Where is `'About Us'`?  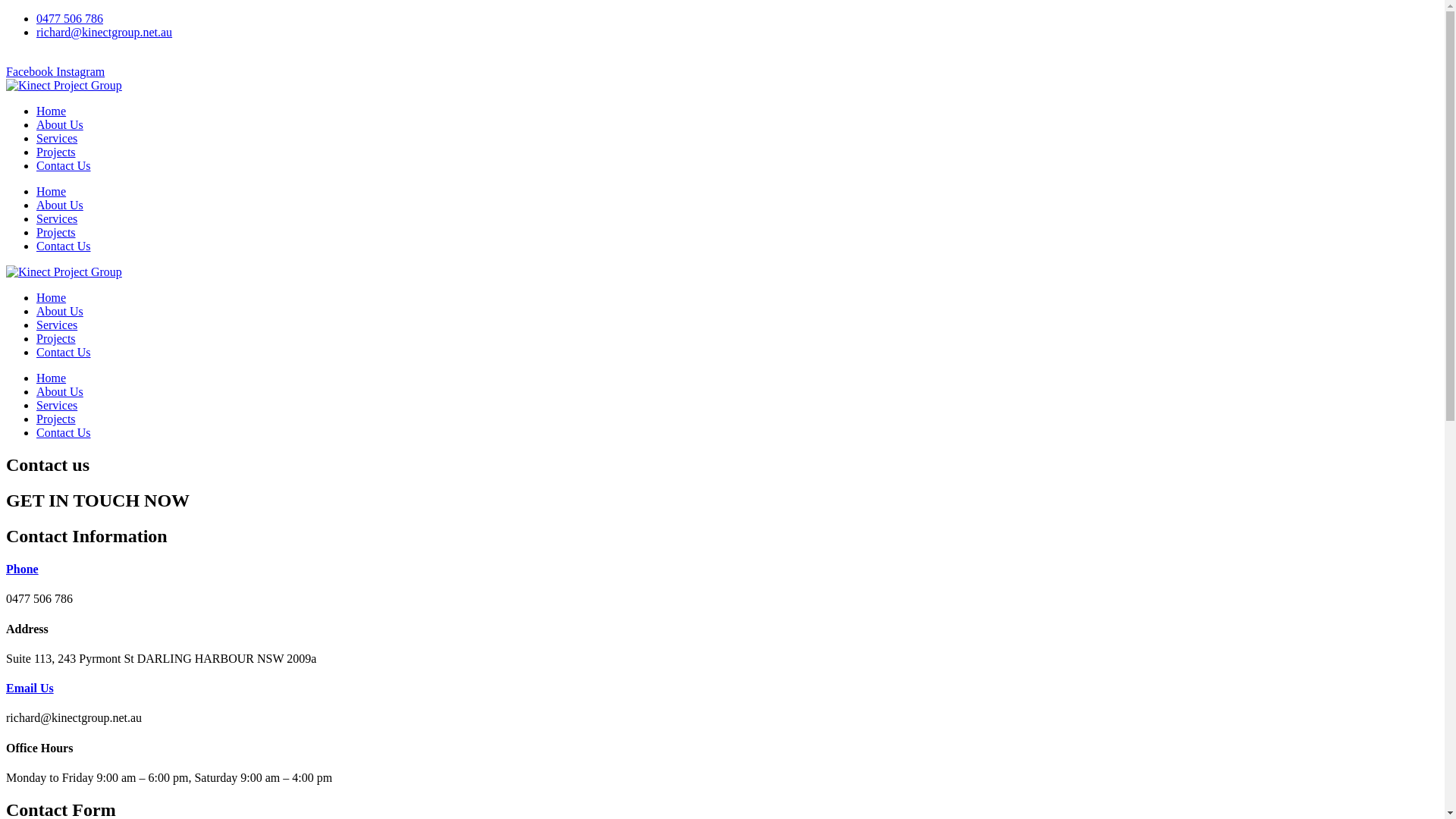 'About Us' is located at coordinates (59, 124).